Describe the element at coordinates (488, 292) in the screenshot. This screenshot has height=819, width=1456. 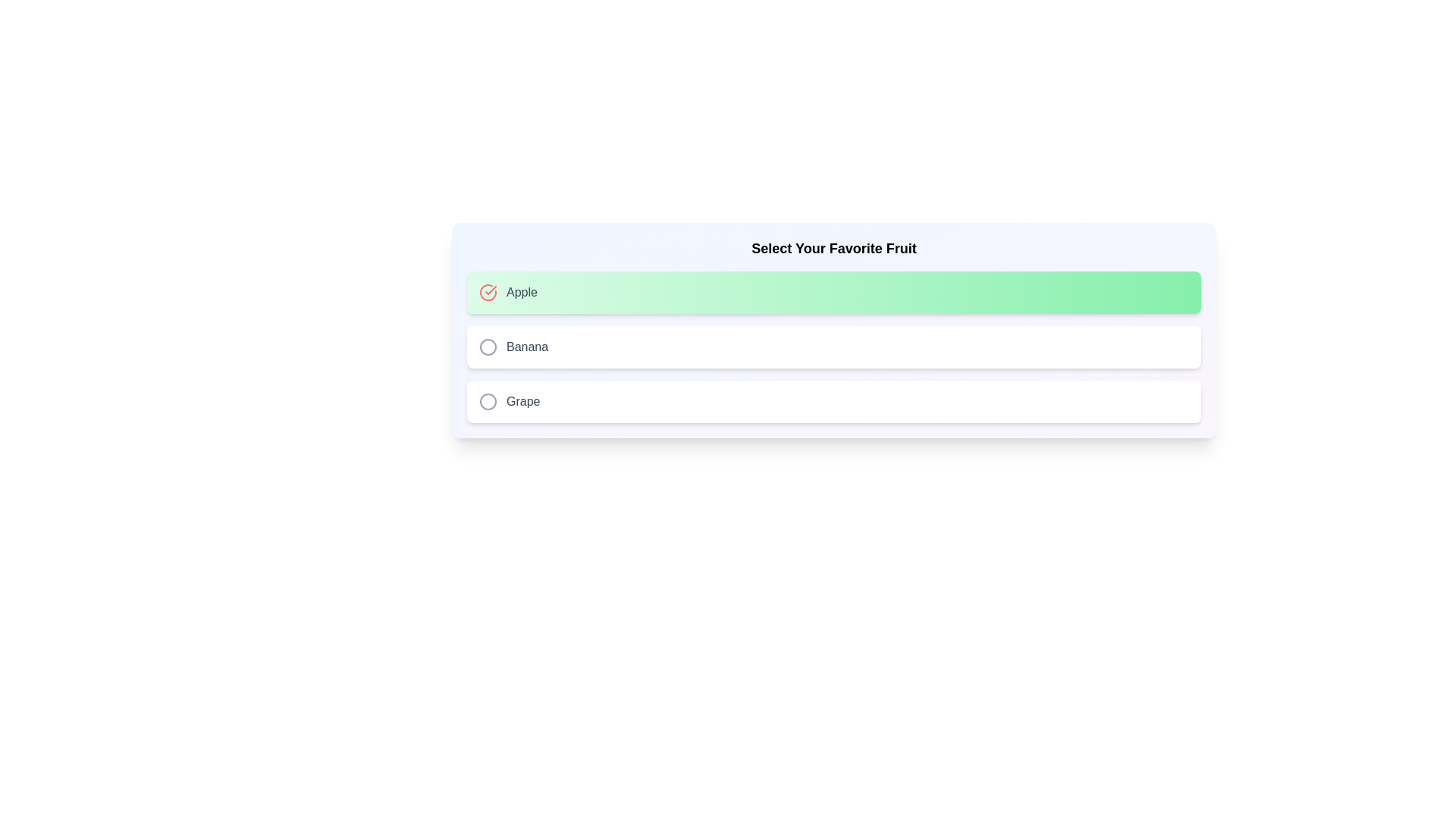
I see `the red outlined circular check icon with a tick inside, located at the leftmost side of the 'Apple' option row` at that location.